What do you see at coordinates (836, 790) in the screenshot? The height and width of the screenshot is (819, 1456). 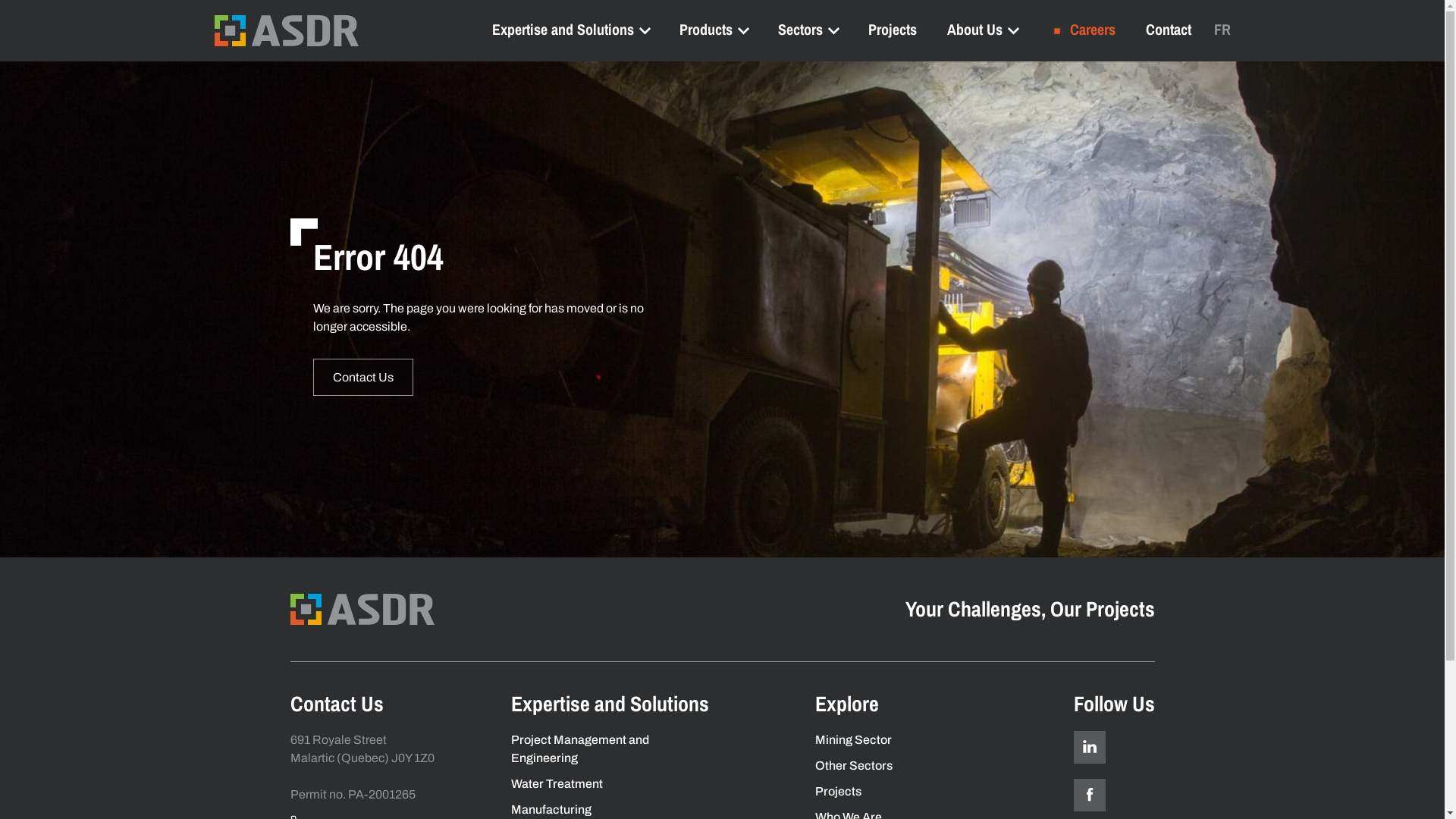 I see `'Projects'` at bounding box center [836, 790].